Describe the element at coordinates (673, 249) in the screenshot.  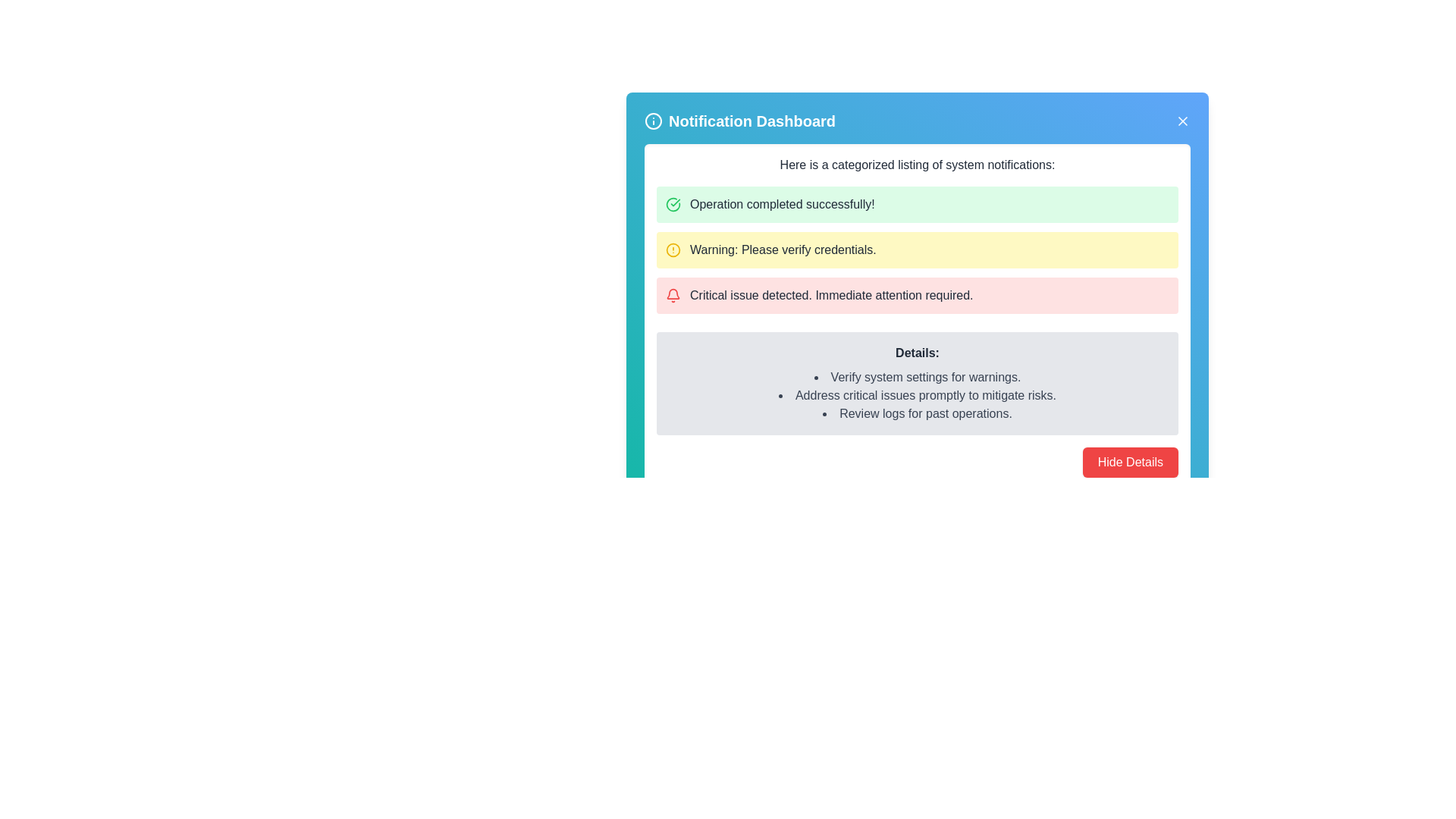
I see `the warning icon indicating a warning status` at that location.